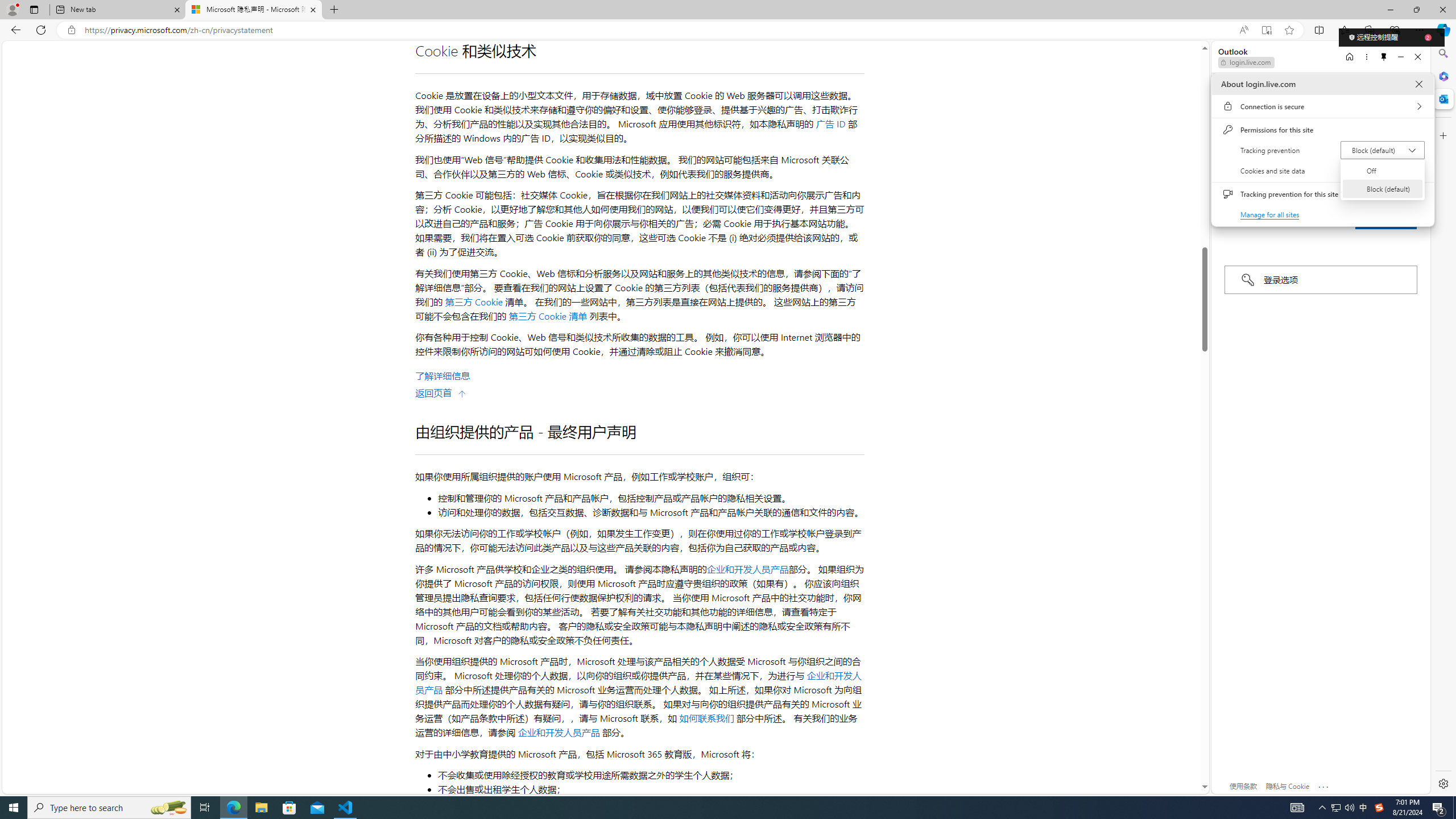  Describe the element at coordinates (1322, 170) in the screenshot. I see `'Cookies and site data'` at that location.